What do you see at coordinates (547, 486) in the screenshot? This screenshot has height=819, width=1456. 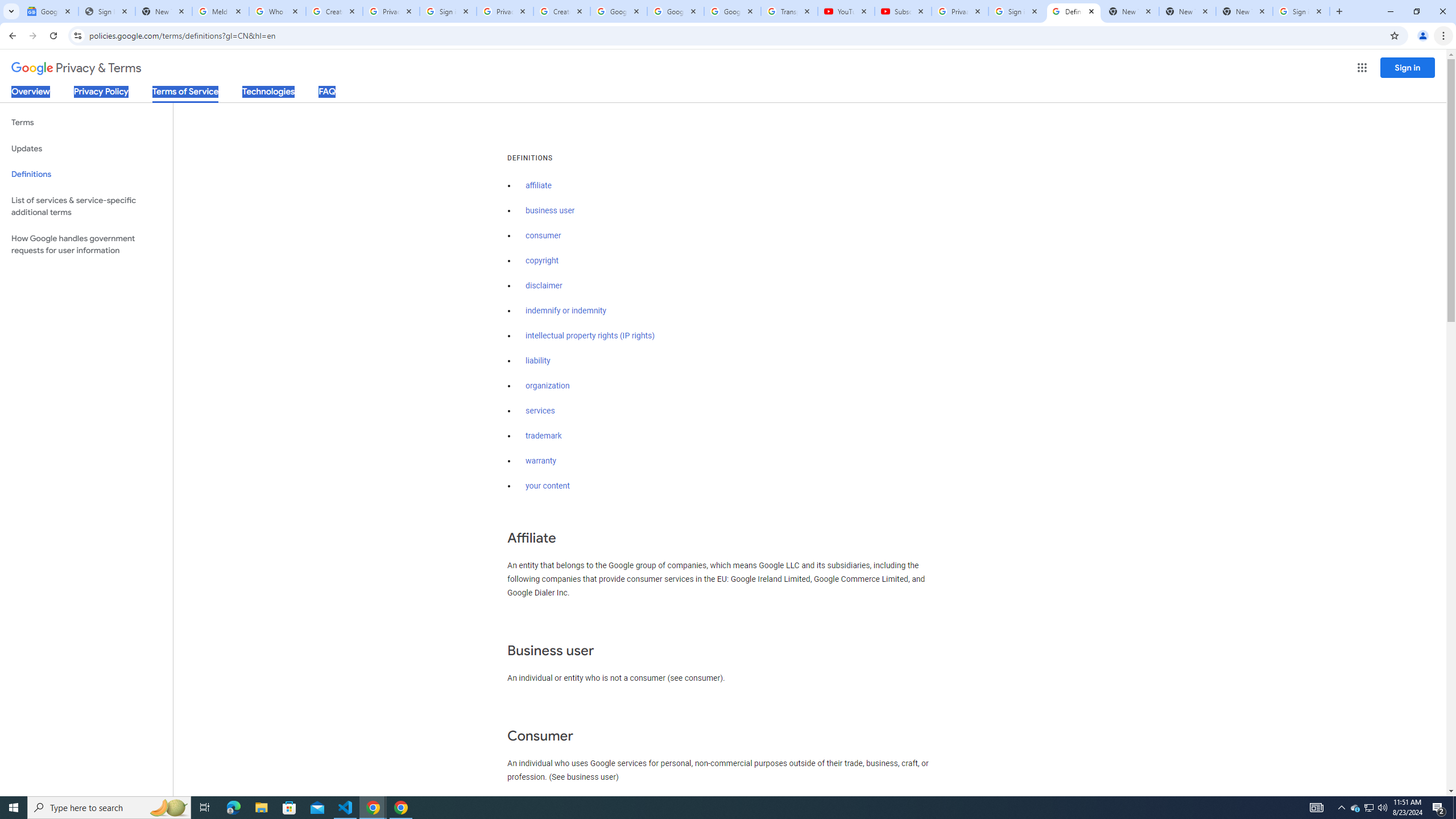 I see `'your content'` at bounding box center [547, 486].